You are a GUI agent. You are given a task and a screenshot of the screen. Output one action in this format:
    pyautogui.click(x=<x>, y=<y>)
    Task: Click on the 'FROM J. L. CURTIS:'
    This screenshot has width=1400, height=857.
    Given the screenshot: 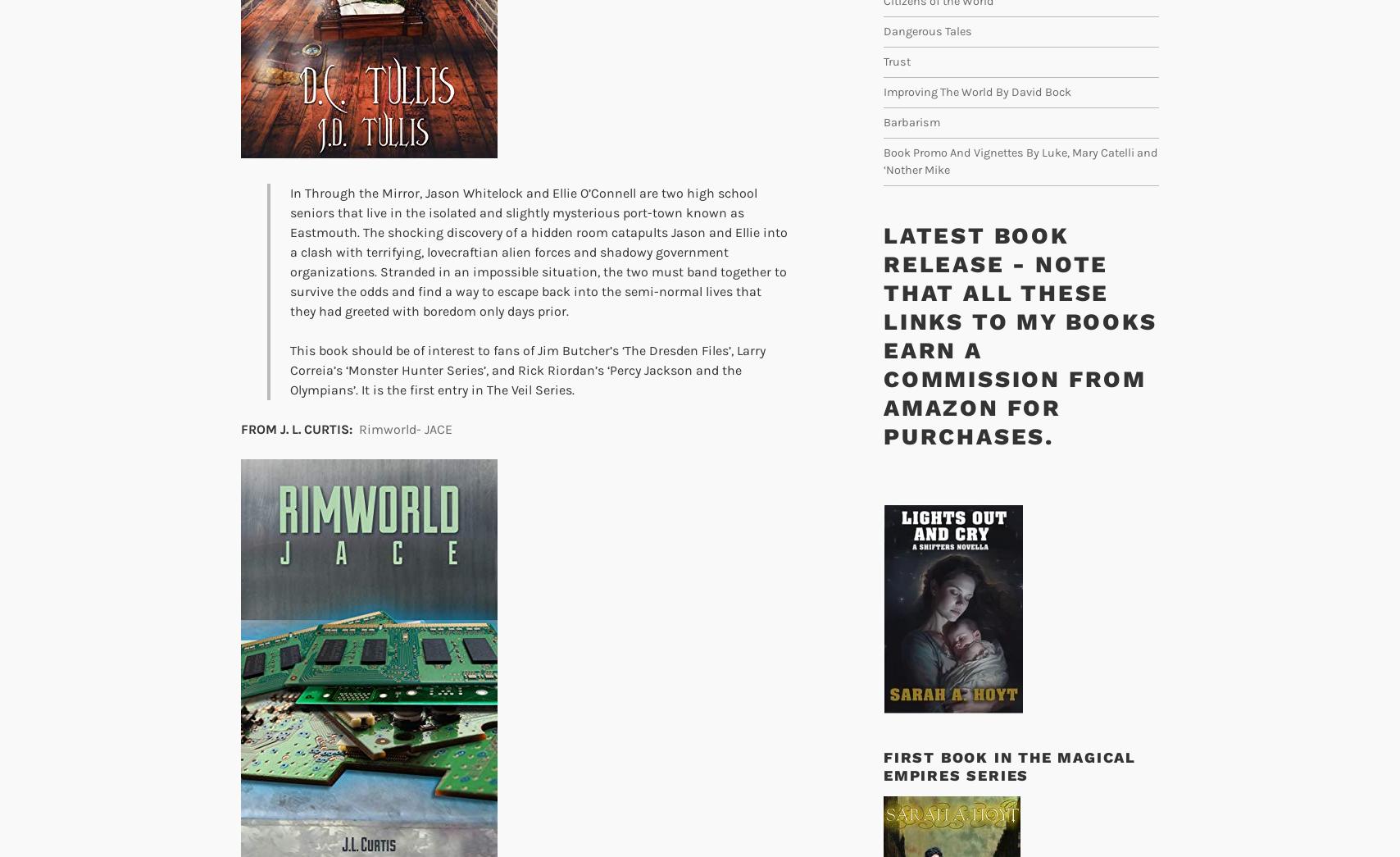 What is the action you would take?
    pyautogui.click(x=240, y=428)
    